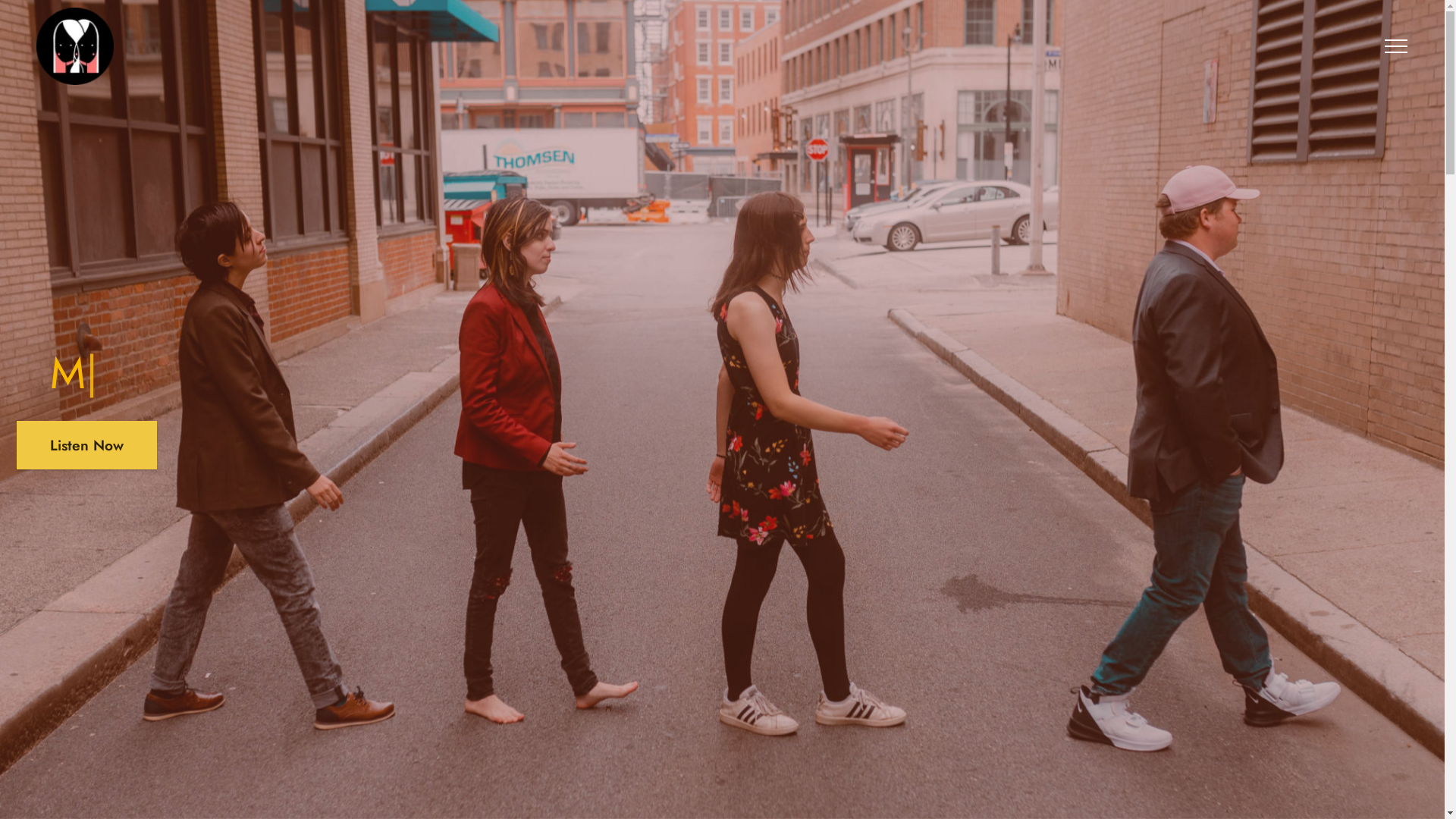 This screenshot has height=819, width=1456. What do you see at coordinates (86, 444) in the screenshot?
I see `'Listen Now'` at bounding box center [86, 444].